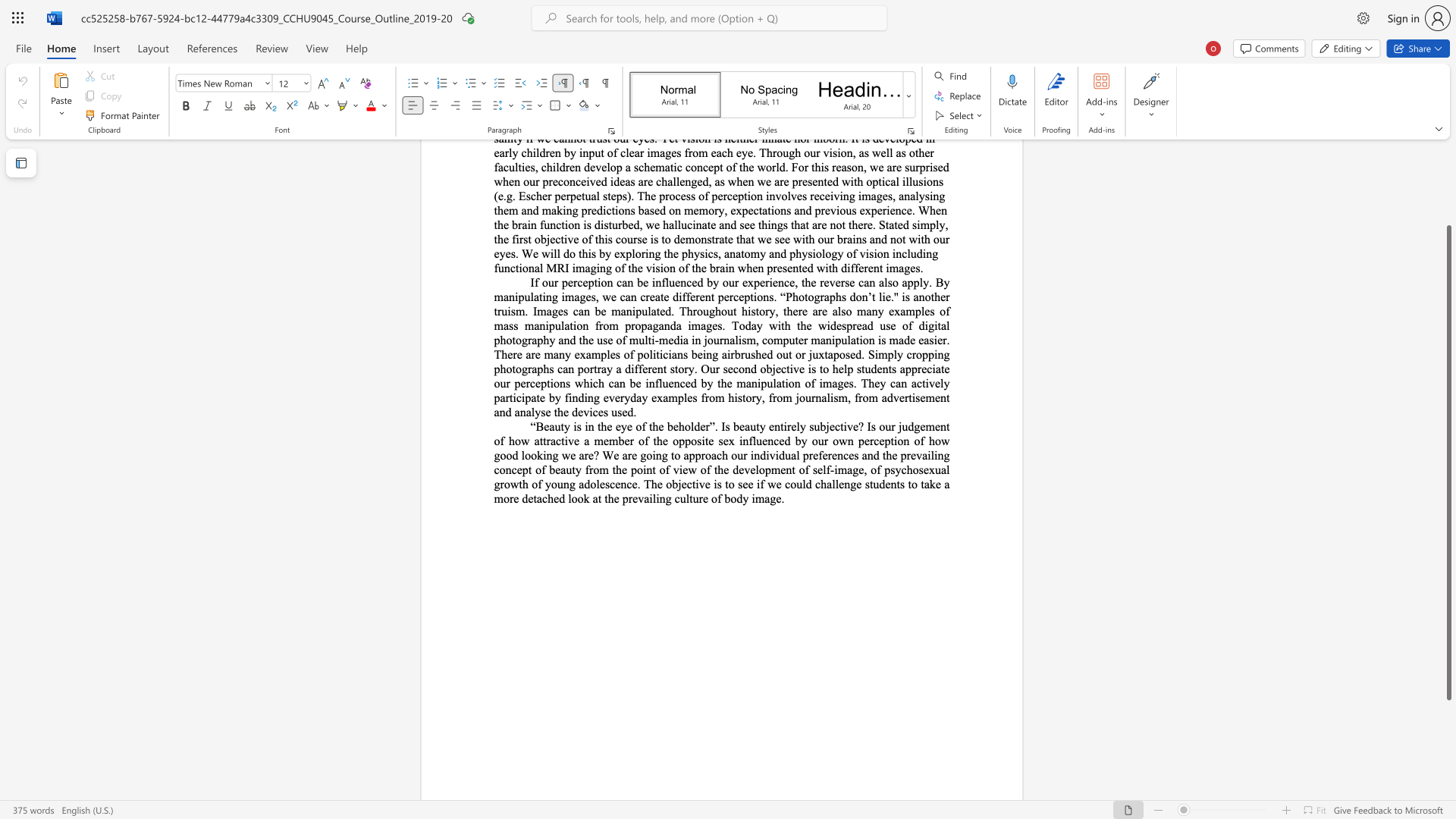 The image size is (1456, 819). I want to click on the scrollbar and move up 70 pixels, so click(1448, 462).